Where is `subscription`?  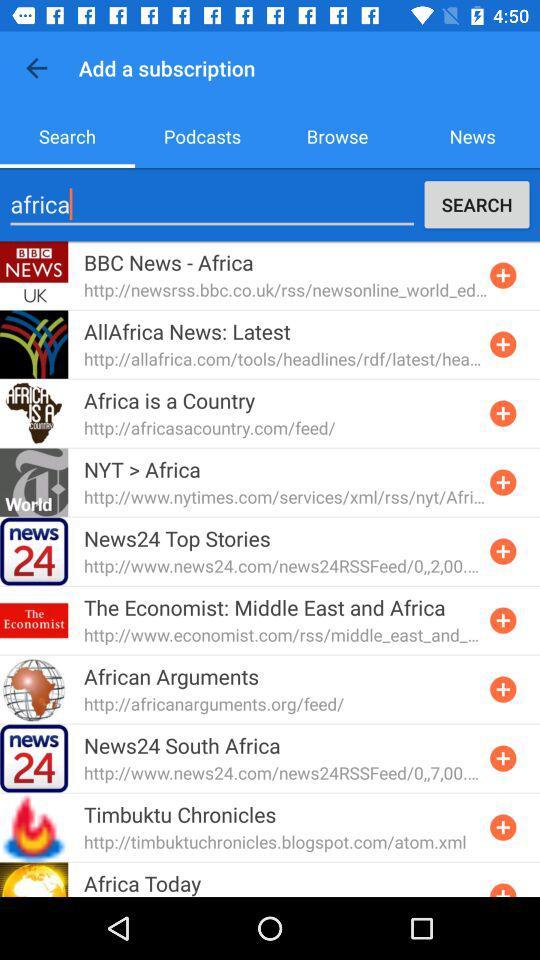 subscription is located at coordinates (502, 827).